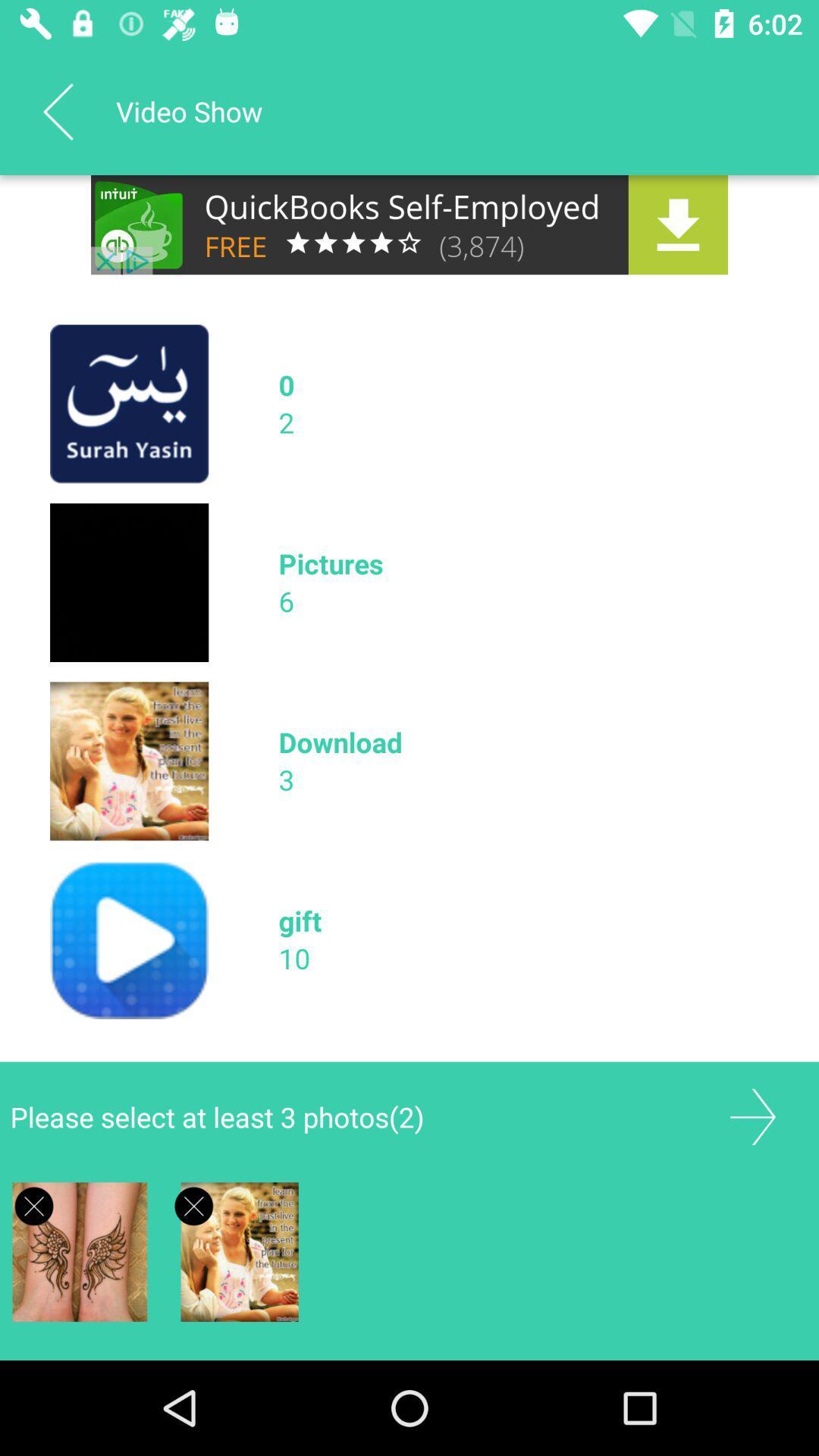 Image resolution: width=819 pixels, height=1456 pixels. What do you see at coordinates (752, 1117) in the screenshot?
I see `next page` at bounding box center [752, 1117].